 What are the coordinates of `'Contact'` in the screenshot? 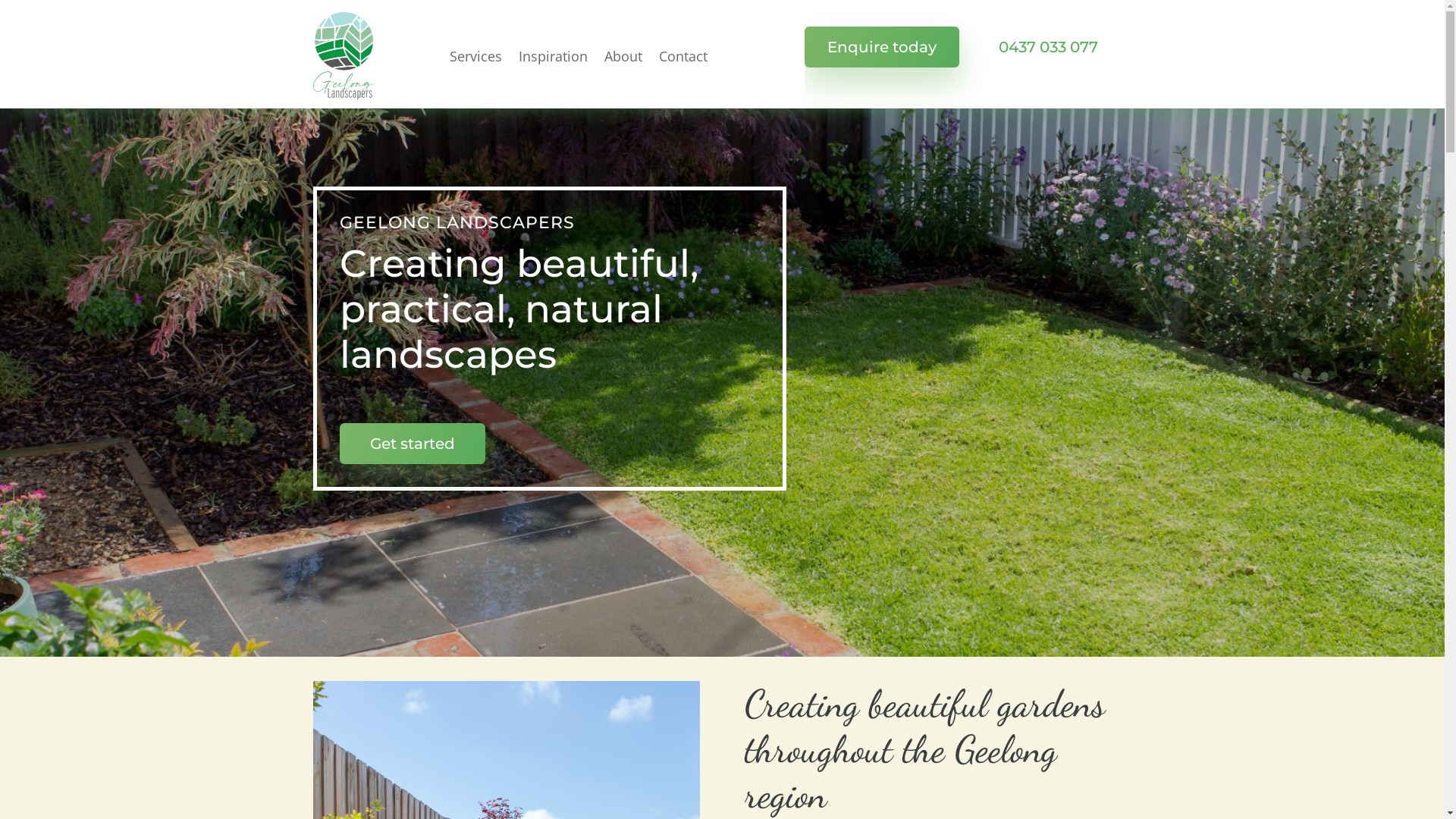 It's located at (682, 55).